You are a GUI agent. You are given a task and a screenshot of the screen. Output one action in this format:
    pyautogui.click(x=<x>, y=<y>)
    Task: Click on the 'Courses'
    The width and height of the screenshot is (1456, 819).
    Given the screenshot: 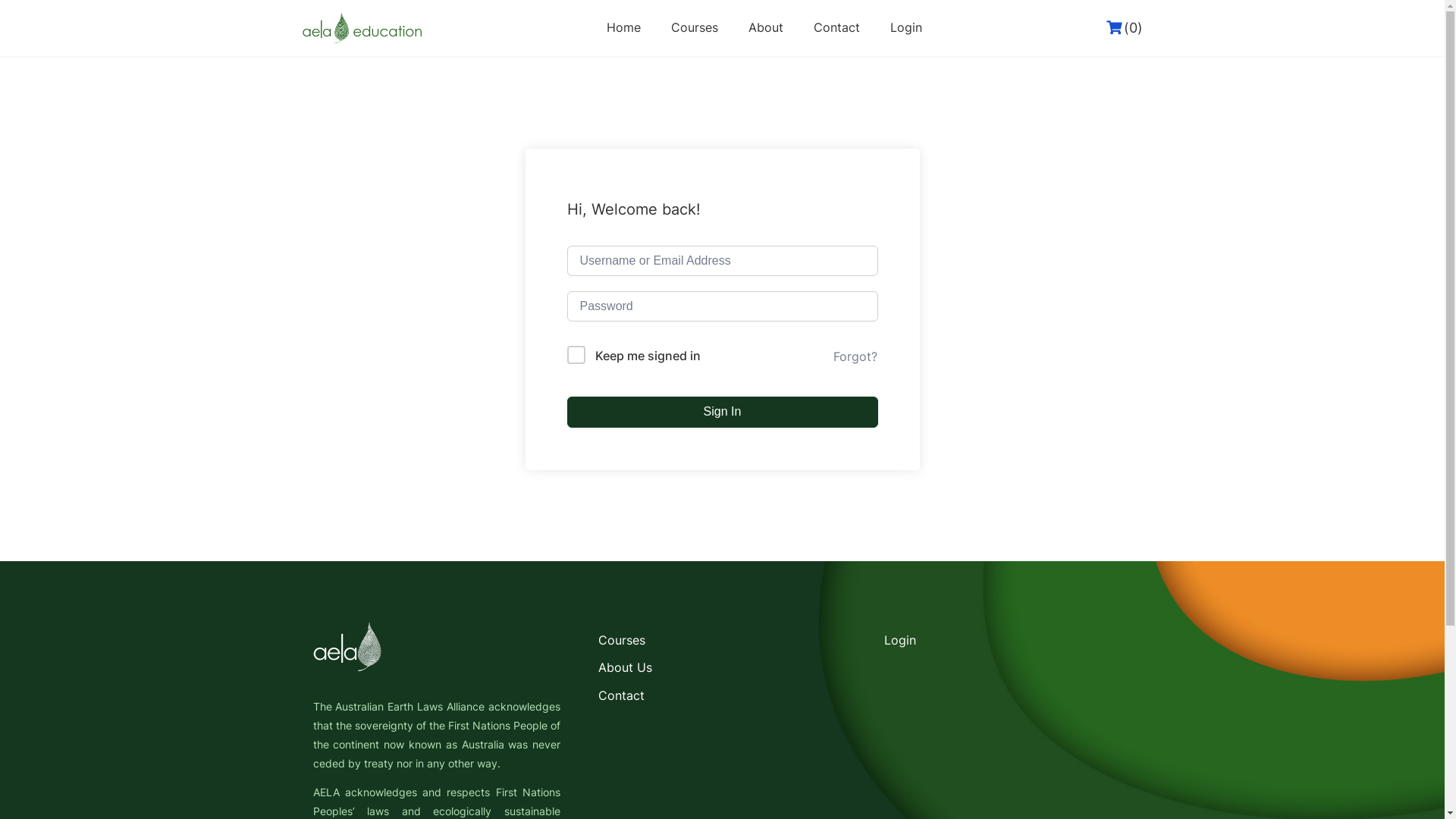 What is the action you would take?
    pyautogui.click(x=622, y=640)
    